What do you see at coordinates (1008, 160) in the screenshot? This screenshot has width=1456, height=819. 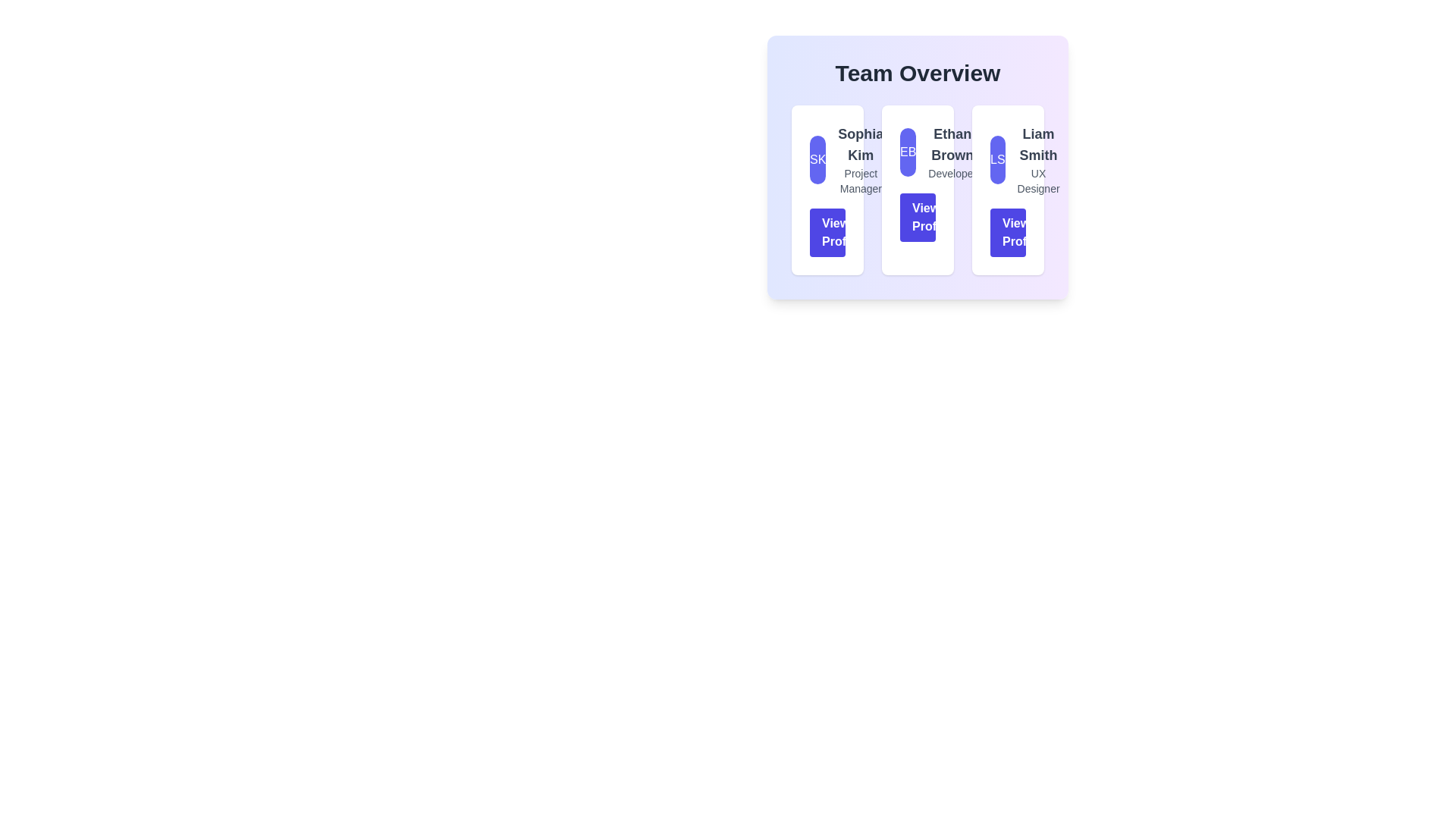 I see `the Circular Badge representing the individual identified by the initials 'LS' located at the top-left quadrant of the profile card layout` at bounding box center [1008, 160].